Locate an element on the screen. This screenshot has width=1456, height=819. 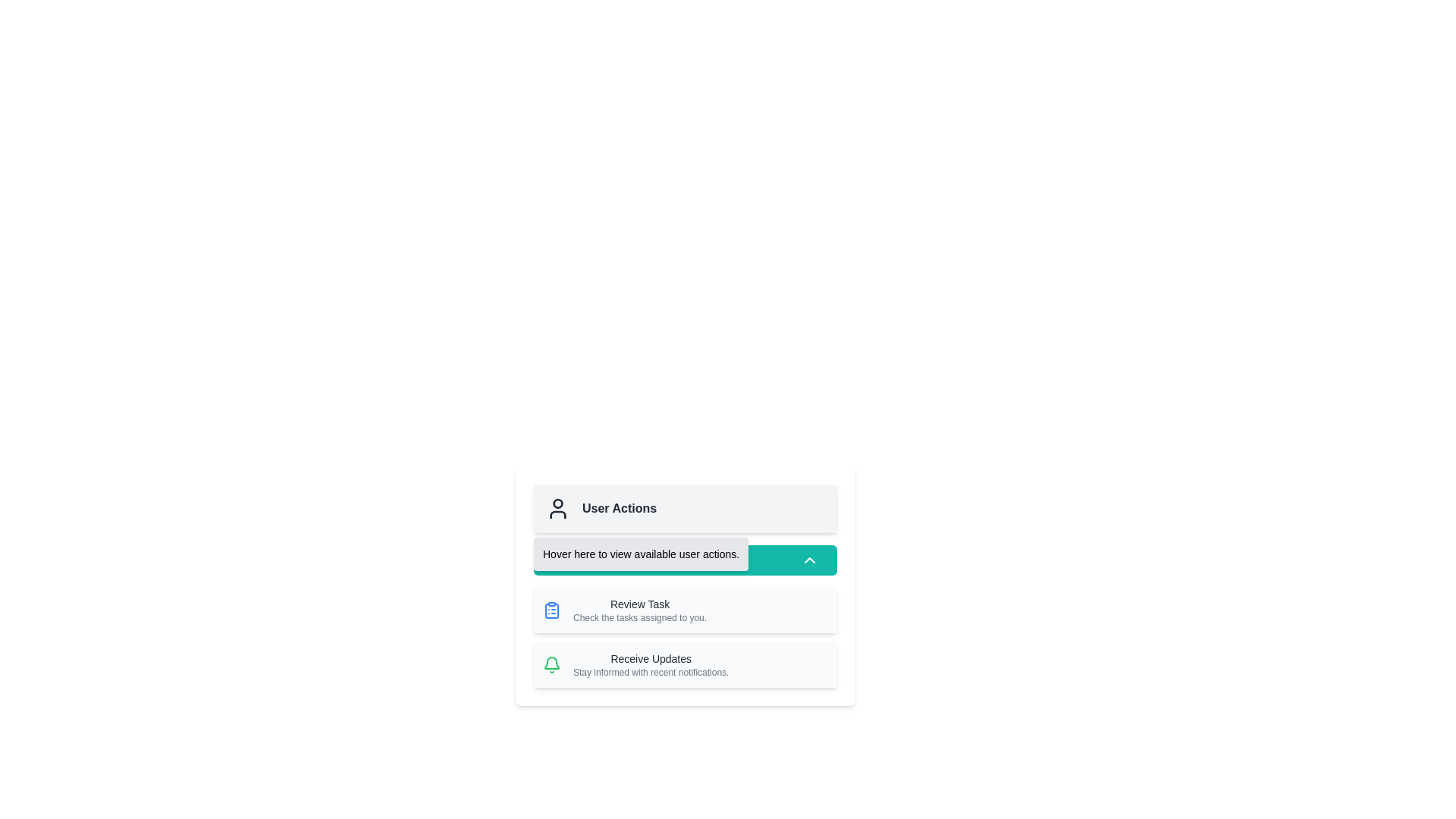
the text label with tooltip functionality hint that says 'Hover here is located at coordinates (641, 554).